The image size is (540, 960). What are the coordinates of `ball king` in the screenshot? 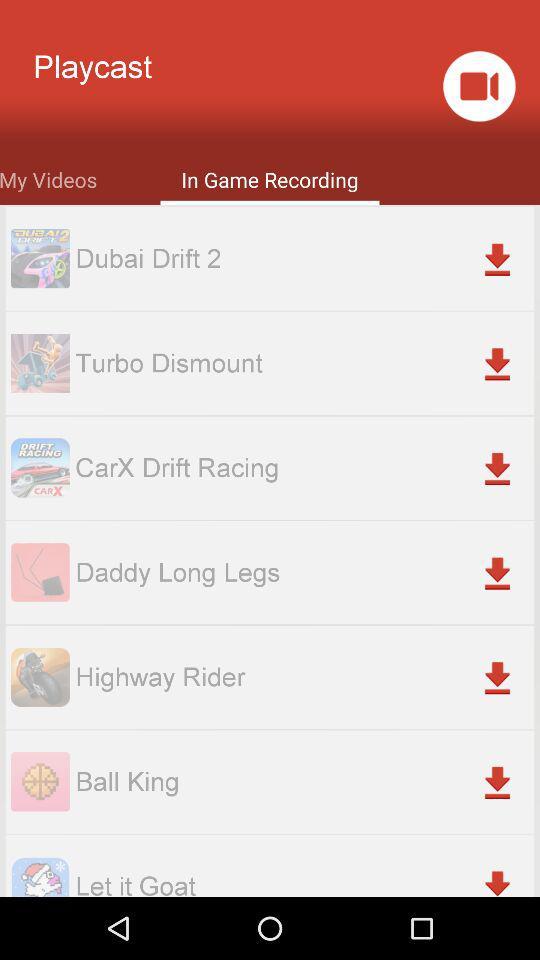 It's located at (303, 781).